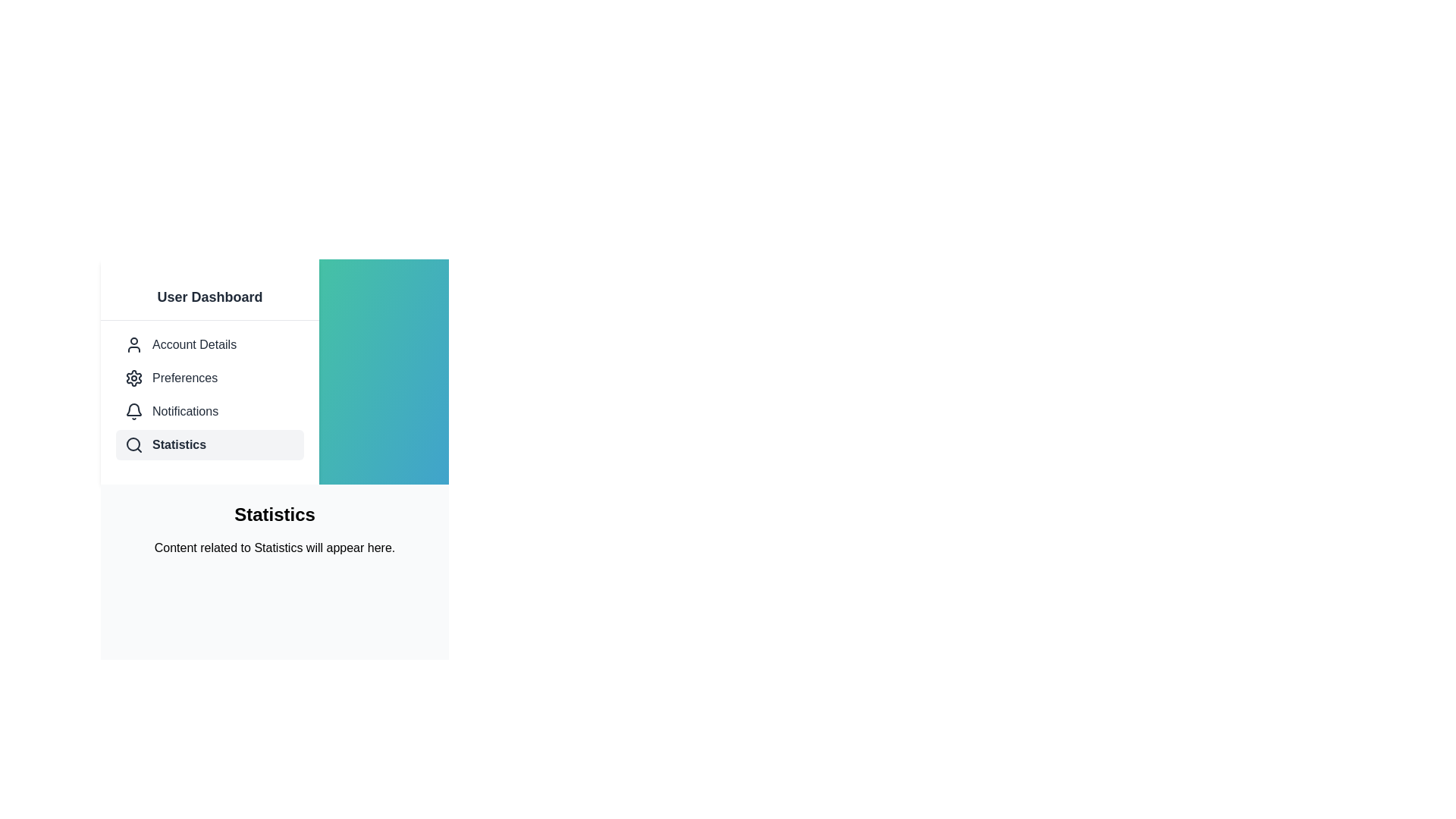  I want to click on the icons in the Vertical Navigation Menu, which features a white background and dark gray text, so click(209, 371).